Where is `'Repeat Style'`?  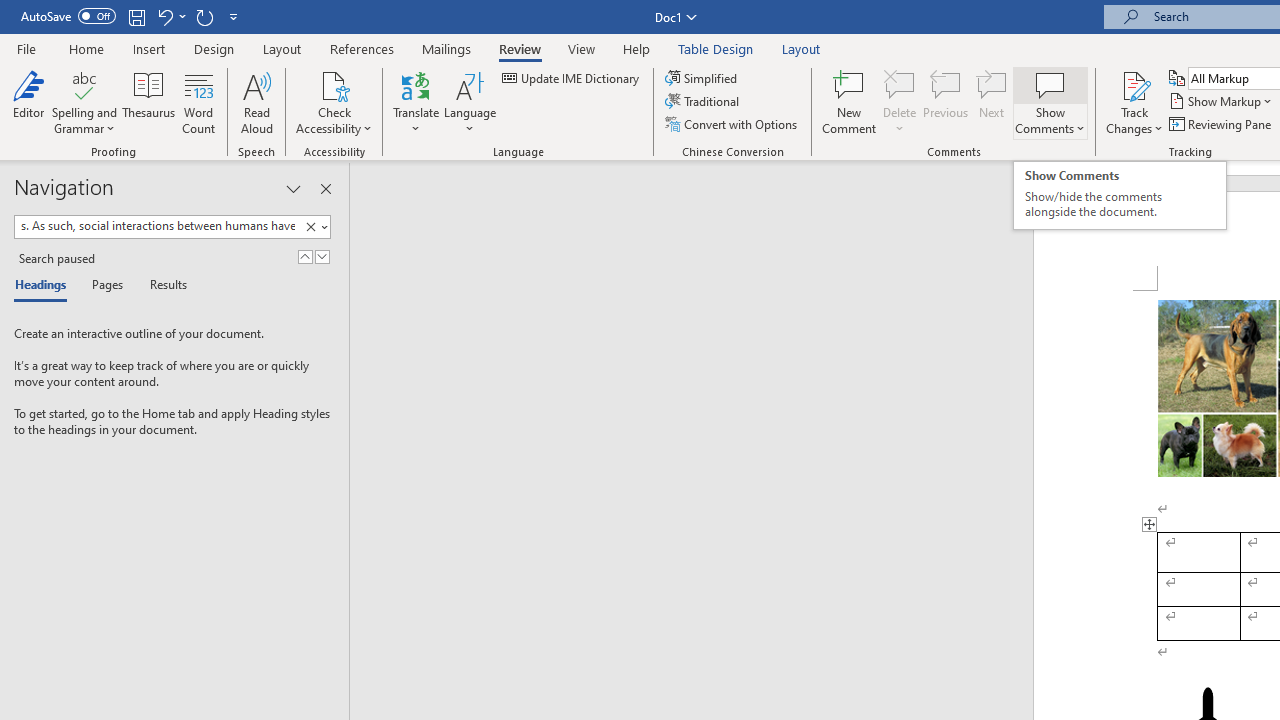
'Repeat Style' is located at coordinates (204, 16).